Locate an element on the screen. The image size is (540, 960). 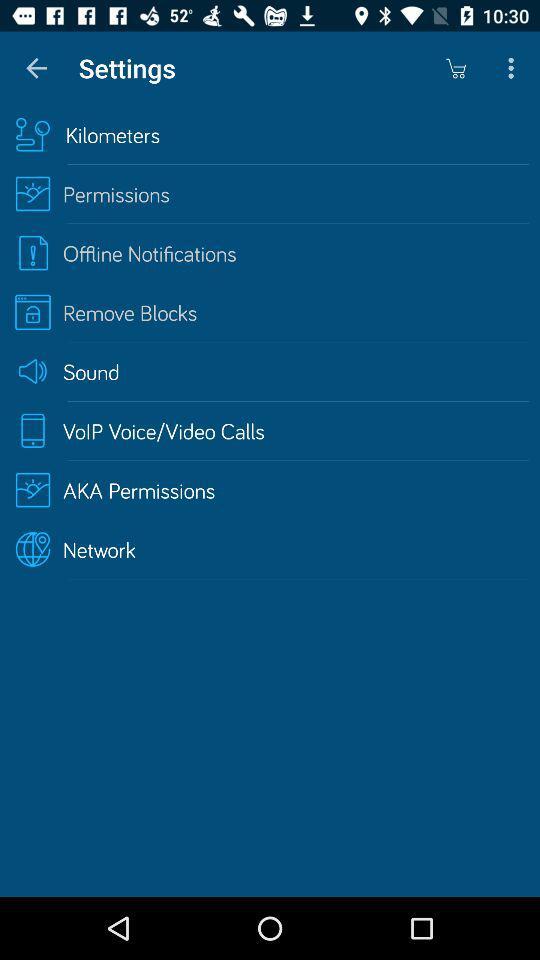
app to the right of settings icon is located at coordinates (455, 68).